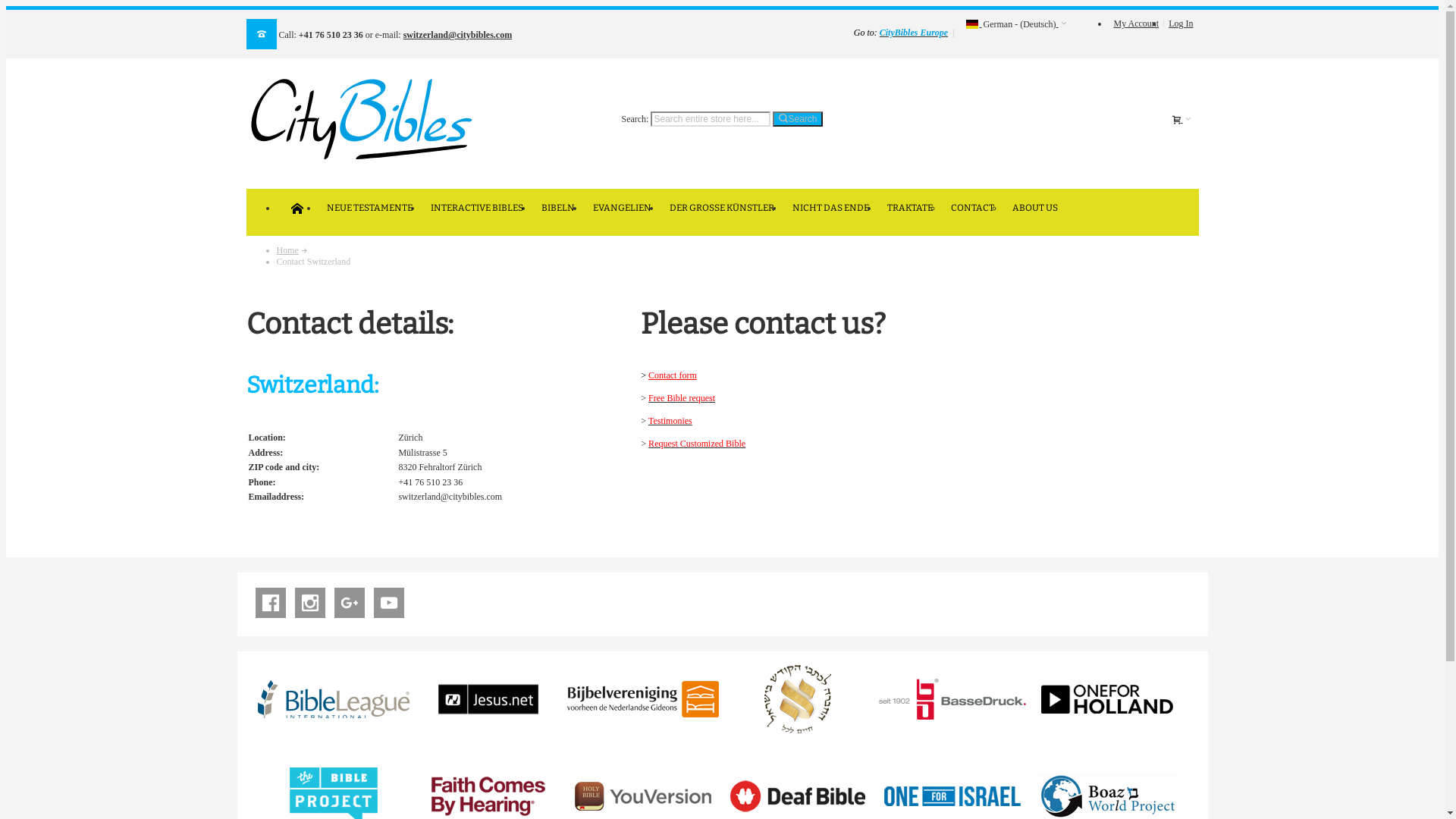 This screenshot has height=819, width=1456. I want to click on 'Home', so click(276, 249).